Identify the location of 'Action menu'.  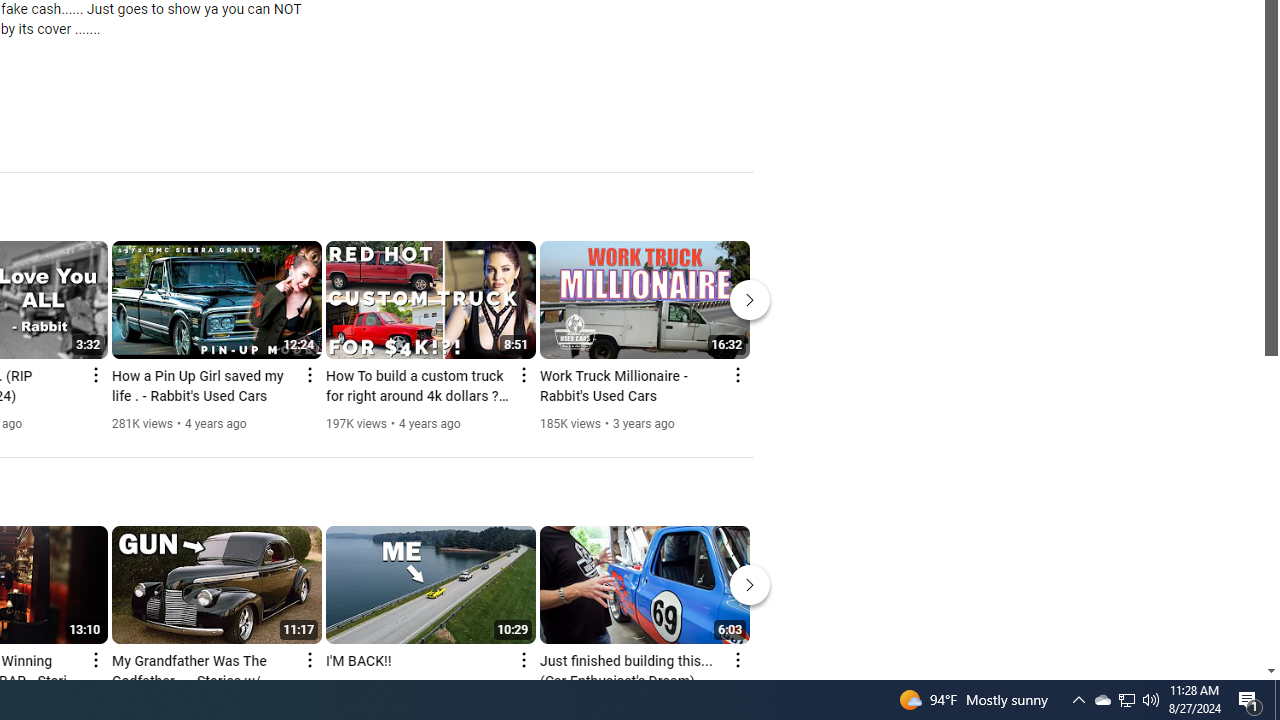
(736, 659).